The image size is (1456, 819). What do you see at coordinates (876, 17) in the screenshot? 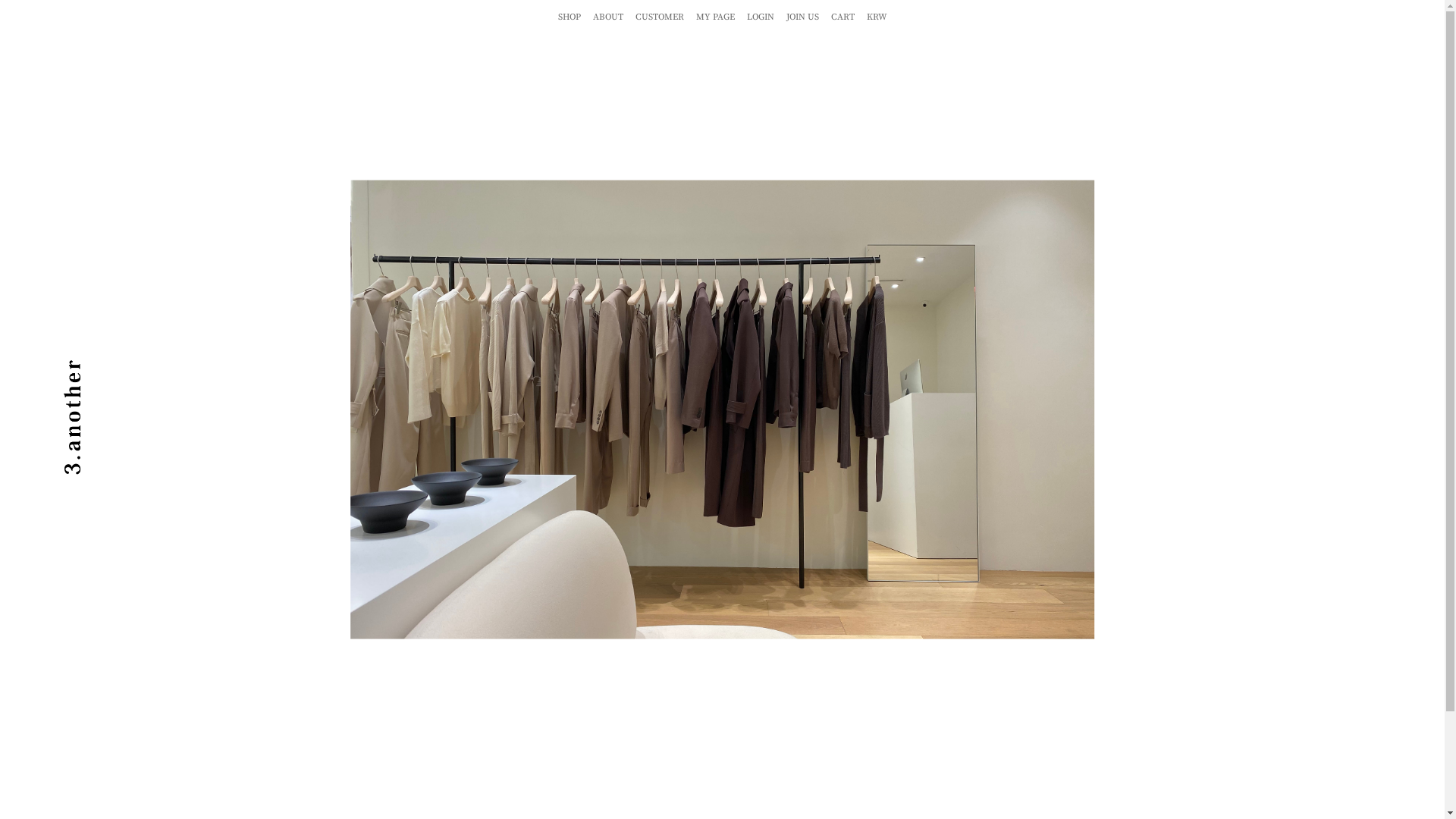
I see `'KRW'` at bounding box center [876, 17].